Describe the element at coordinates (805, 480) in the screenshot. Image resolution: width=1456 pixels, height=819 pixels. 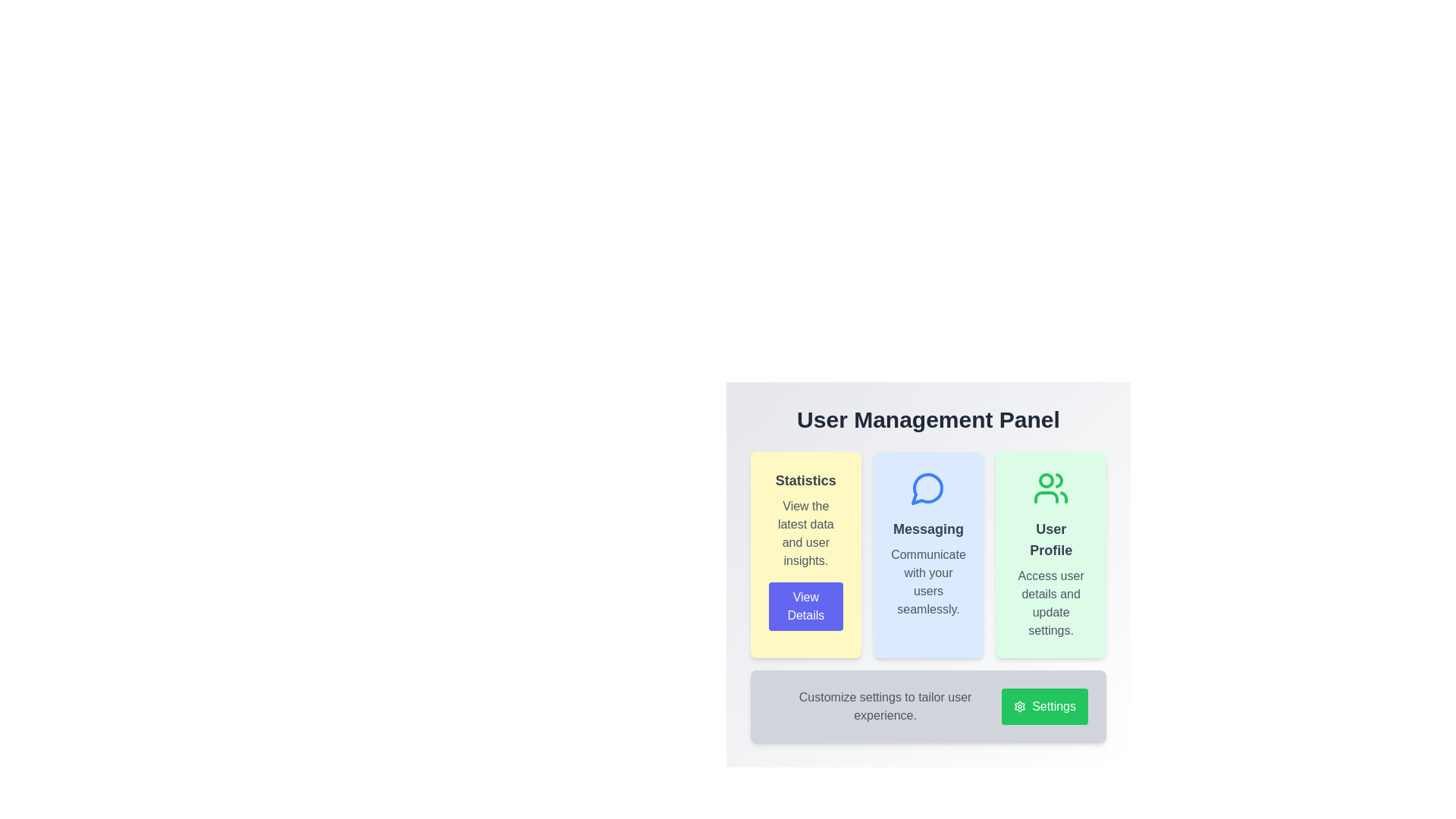
I see `the 'Statistics' text label, which is bold and gray, located at the top of the highlighted card on the far left of the section` at that location.